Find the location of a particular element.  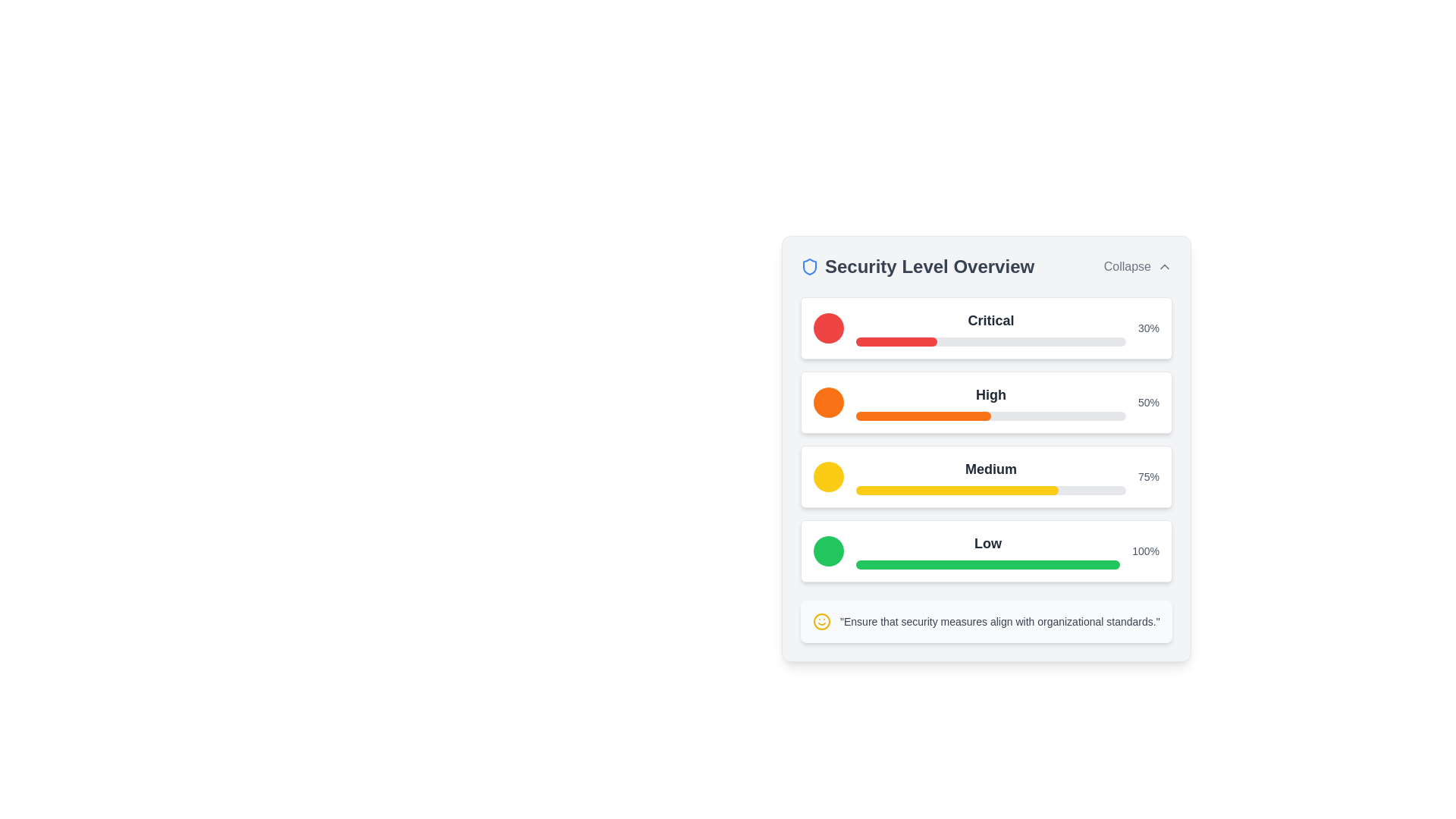

the progress bar with rounded ends, which is located under the text label 'High', indicating a 50% progress level is located at coordinates (990, 416).